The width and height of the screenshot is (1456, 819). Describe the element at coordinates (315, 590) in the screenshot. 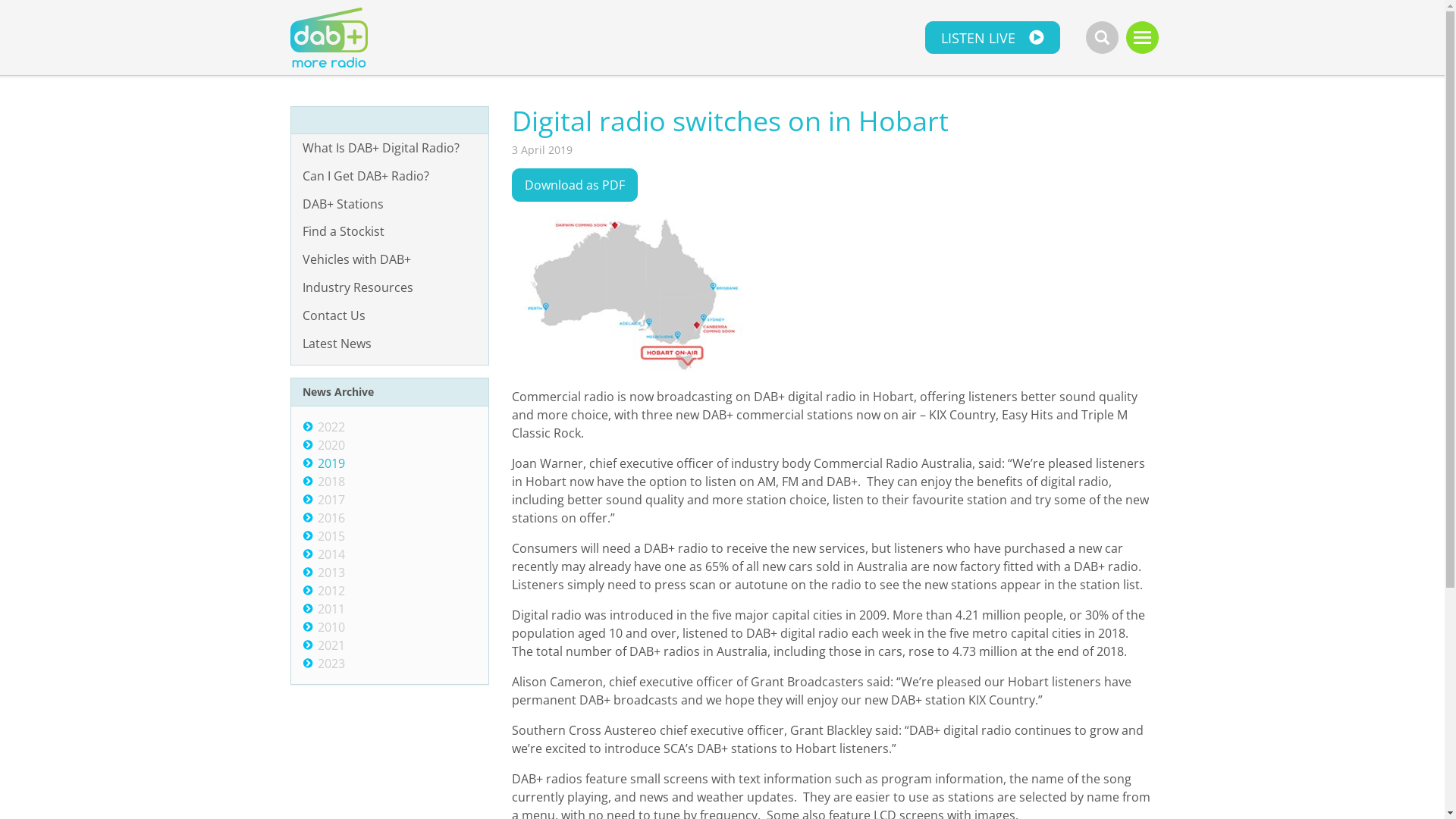

I see `'2012'` at that location.